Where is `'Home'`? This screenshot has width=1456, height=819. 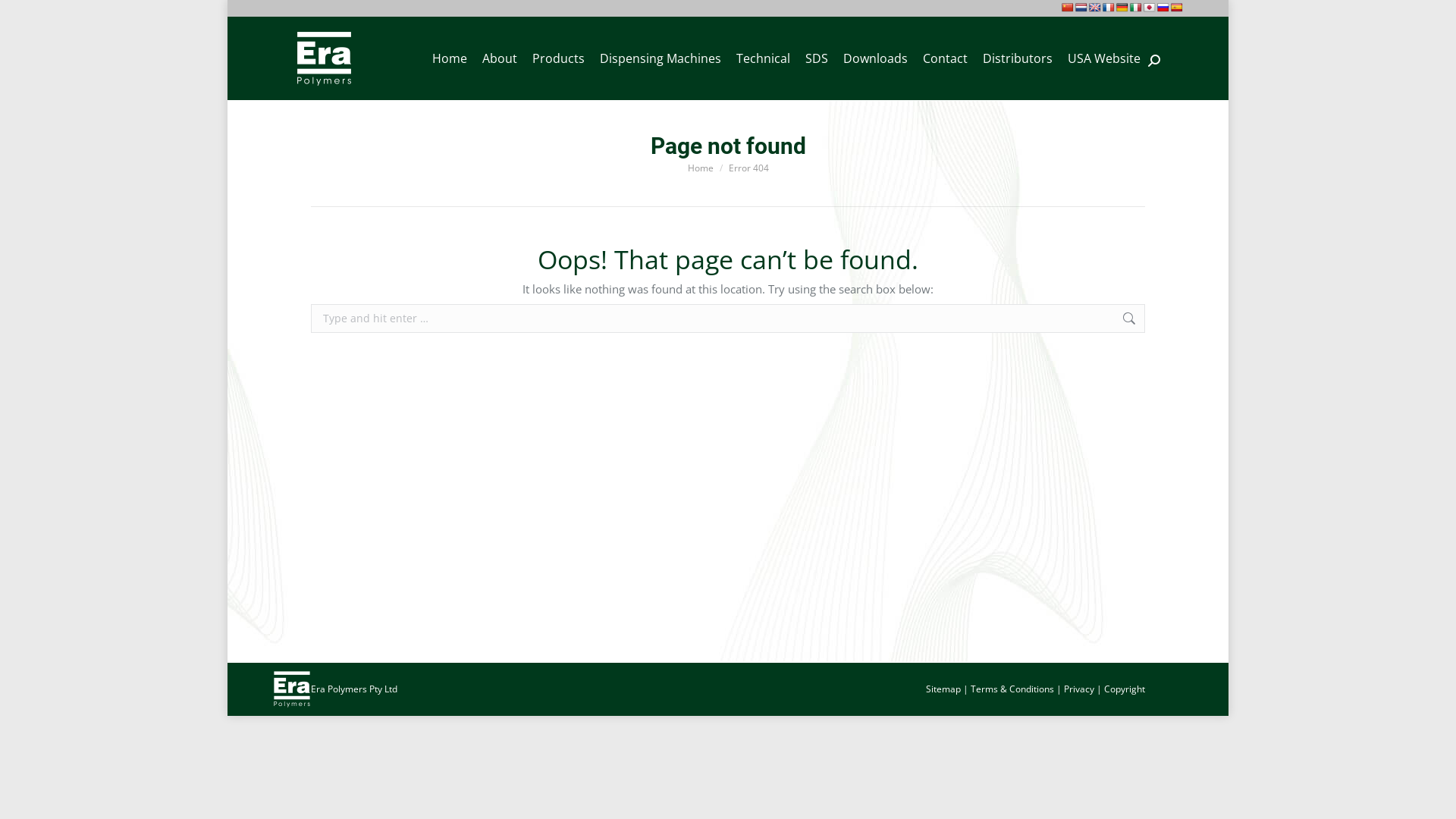
'Home' is located at coordinates (449, 58).